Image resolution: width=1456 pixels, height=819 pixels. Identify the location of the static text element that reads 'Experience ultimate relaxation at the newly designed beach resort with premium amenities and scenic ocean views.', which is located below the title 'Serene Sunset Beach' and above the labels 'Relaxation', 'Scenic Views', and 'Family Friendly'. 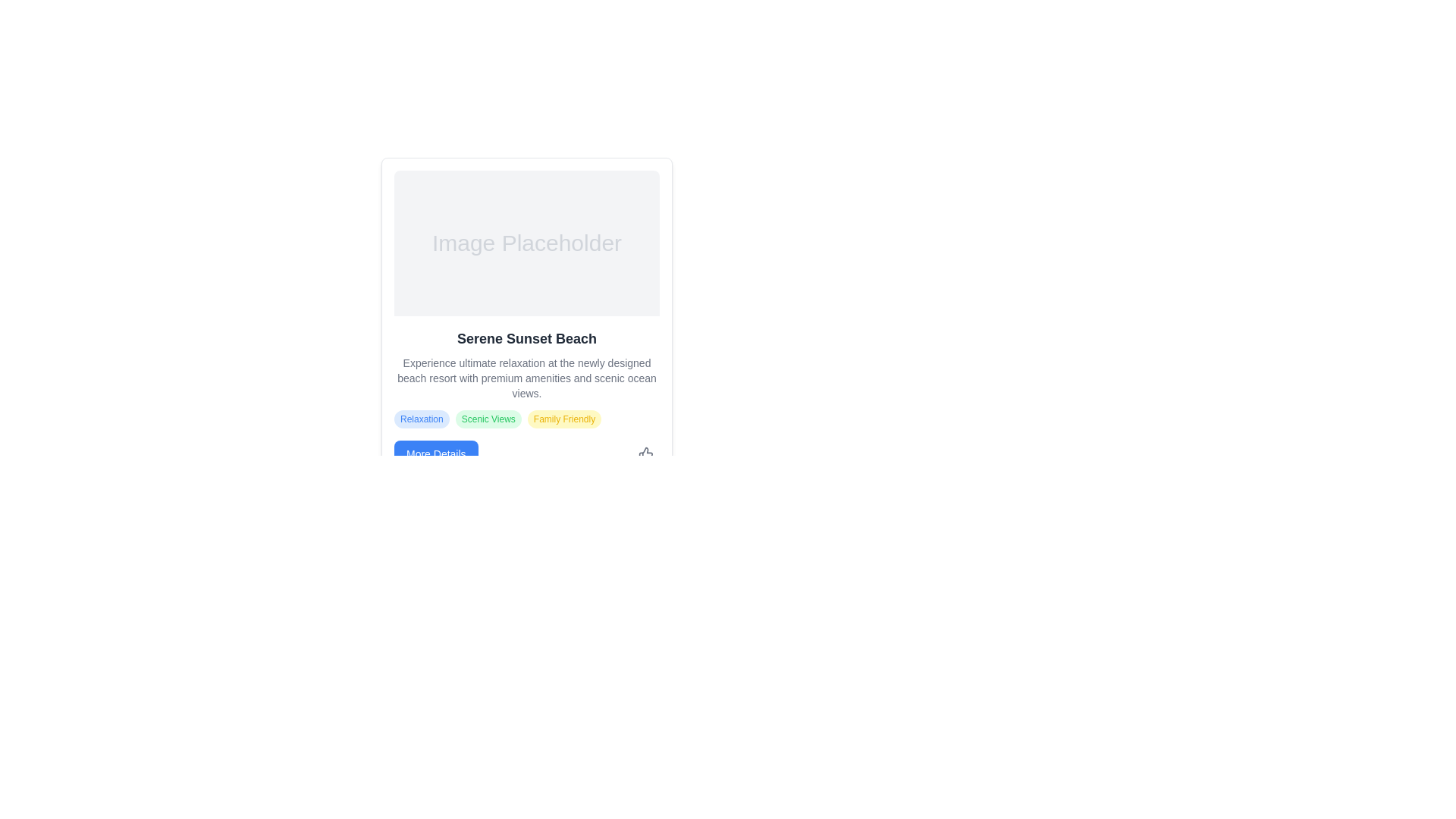
(527, 377).